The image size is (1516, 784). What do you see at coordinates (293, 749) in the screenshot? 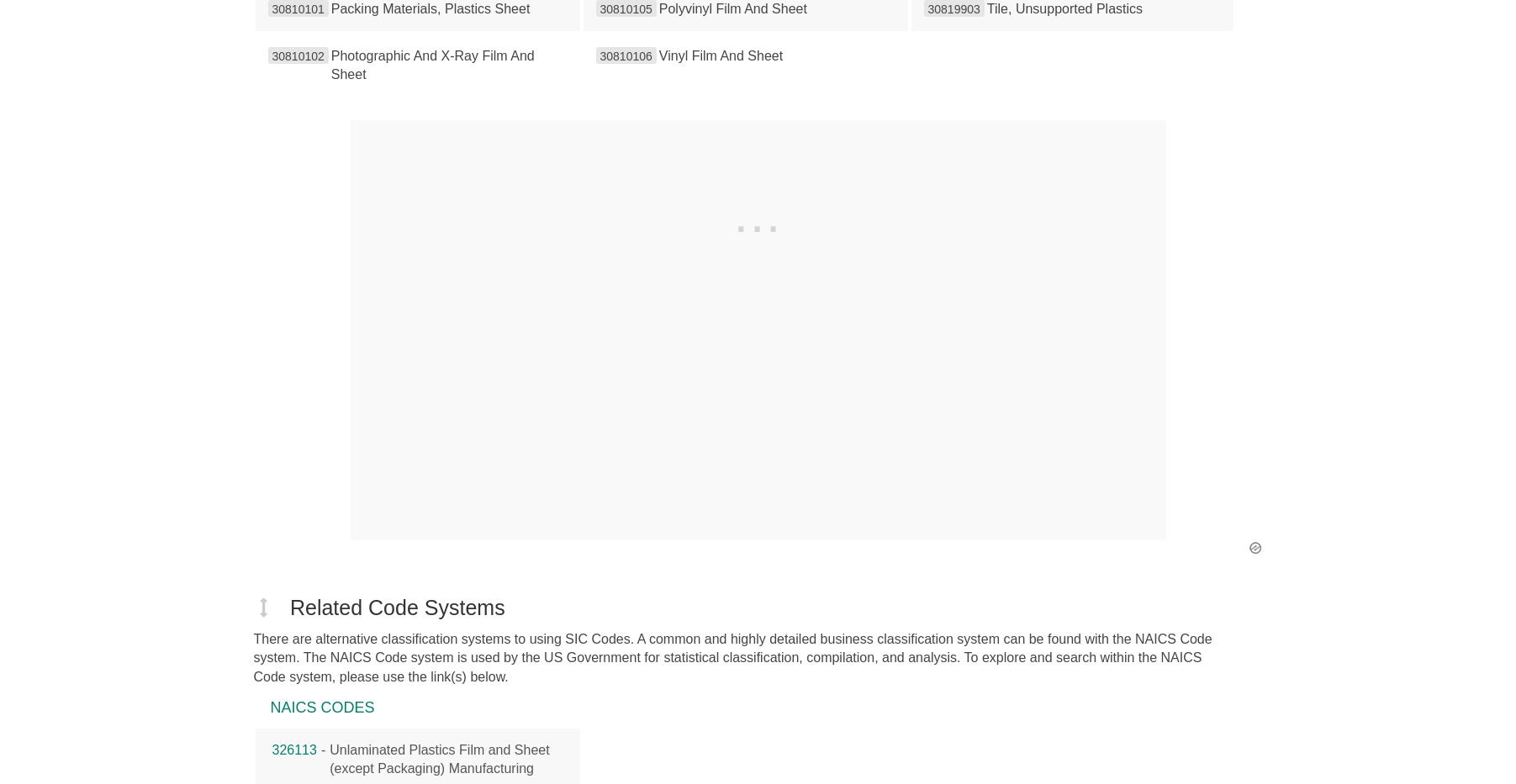
I see `'326113'` at bounding box center [293, 749].